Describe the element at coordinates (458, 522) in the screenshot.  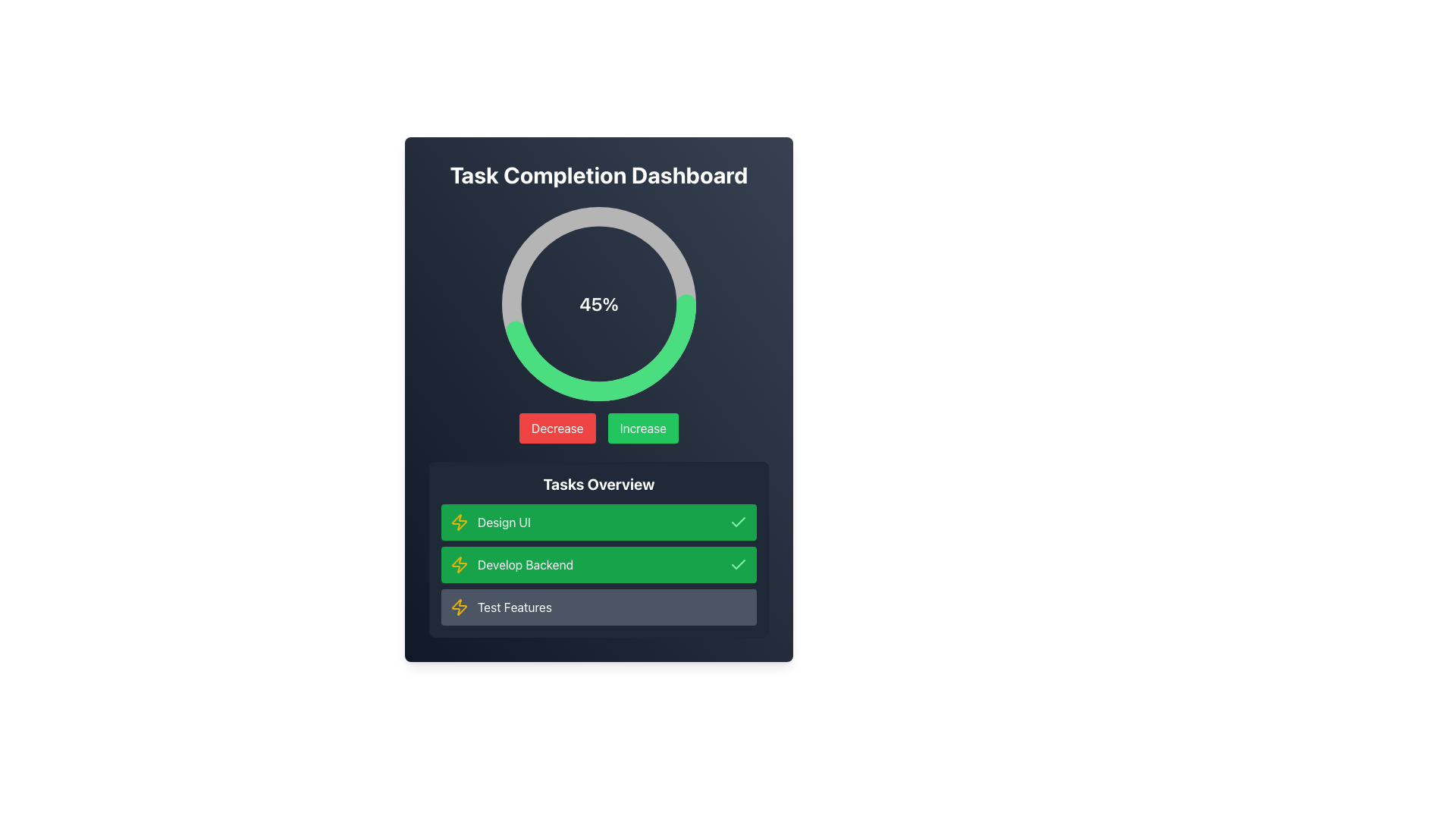
I see `the lightning bolt icon within the green 'Design UI' button` at that location.